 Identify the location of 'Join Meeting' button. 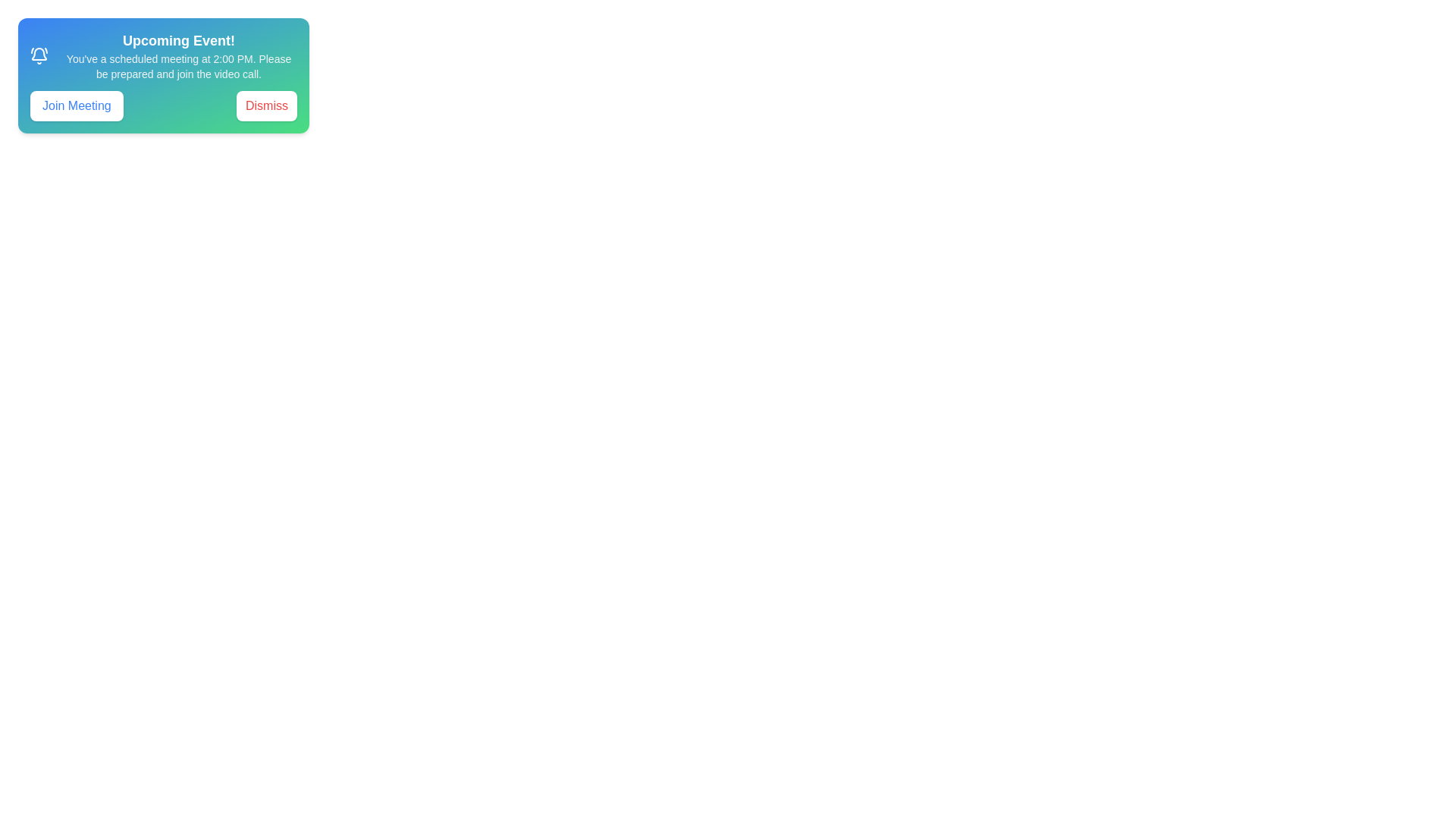
(75, 105).